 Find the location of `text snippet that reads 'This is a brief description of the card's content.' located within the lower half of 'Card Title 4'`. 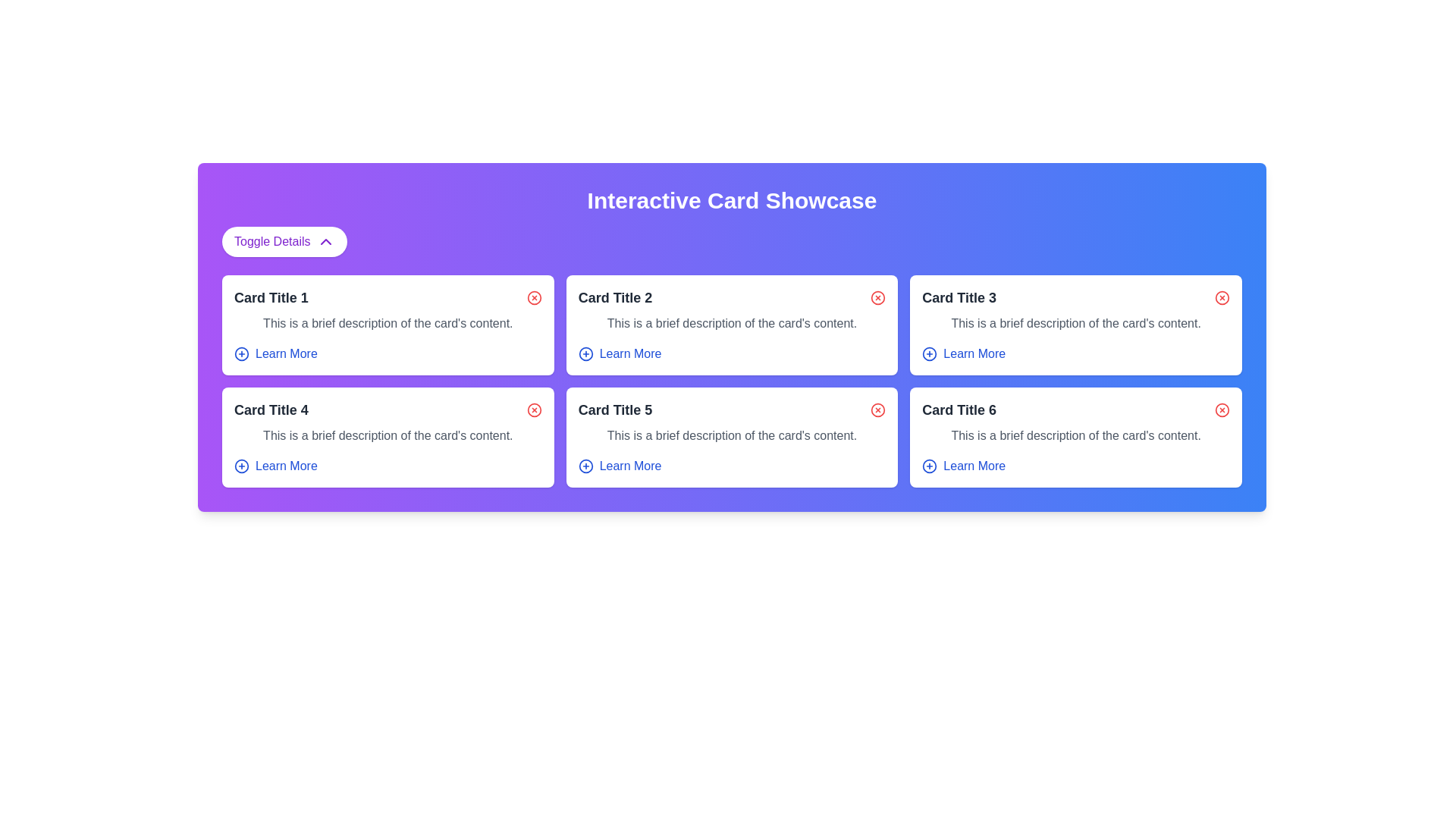

text snippet that reads 'This is a brief description of the card's content.' located within the lower half of 'Card Title 4' is located at coordinates (388, 435).